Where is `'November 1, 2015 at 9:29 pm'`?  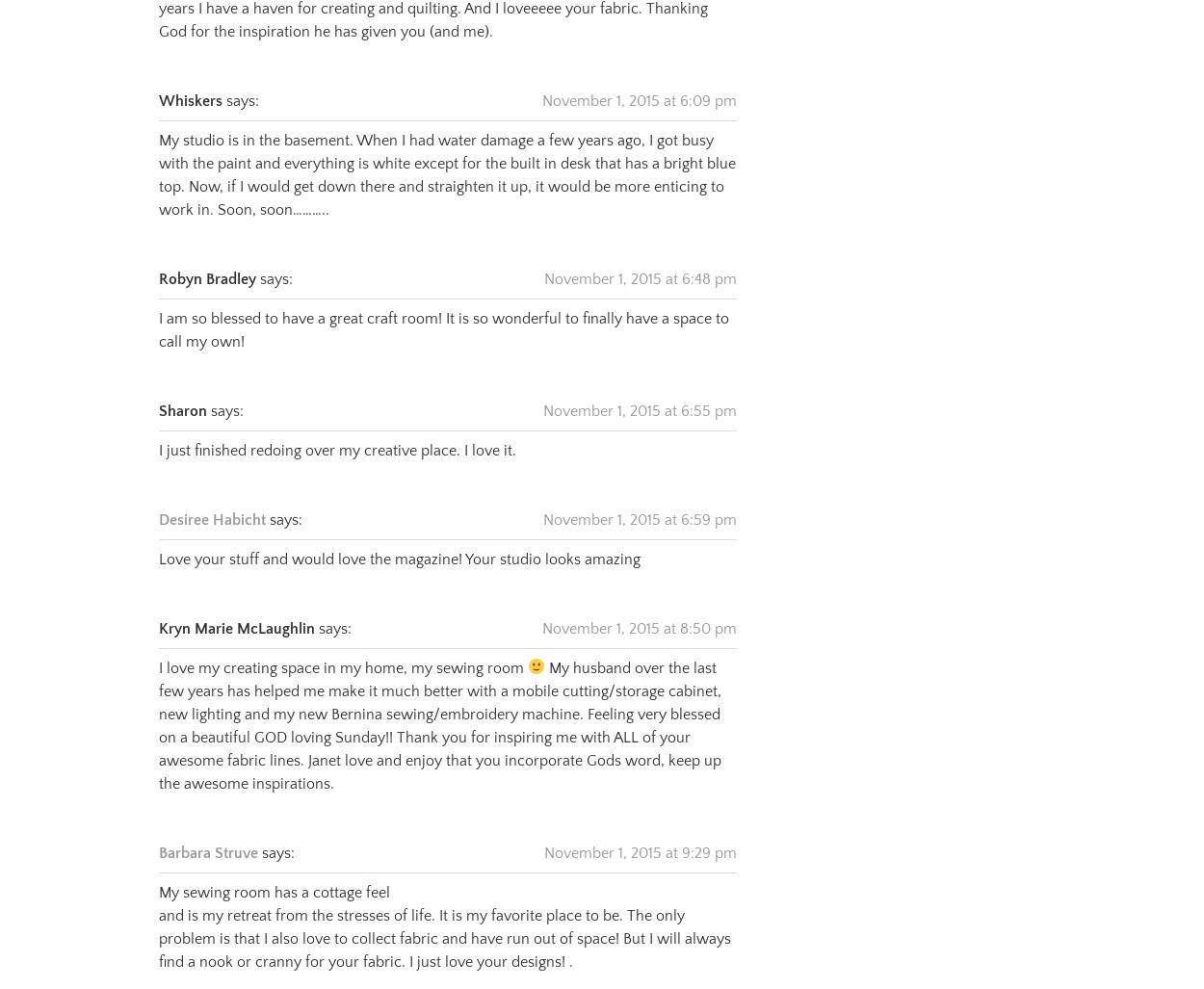 'November 1, 2015 at 9:29 pm' is located at coordinates (641, 828).